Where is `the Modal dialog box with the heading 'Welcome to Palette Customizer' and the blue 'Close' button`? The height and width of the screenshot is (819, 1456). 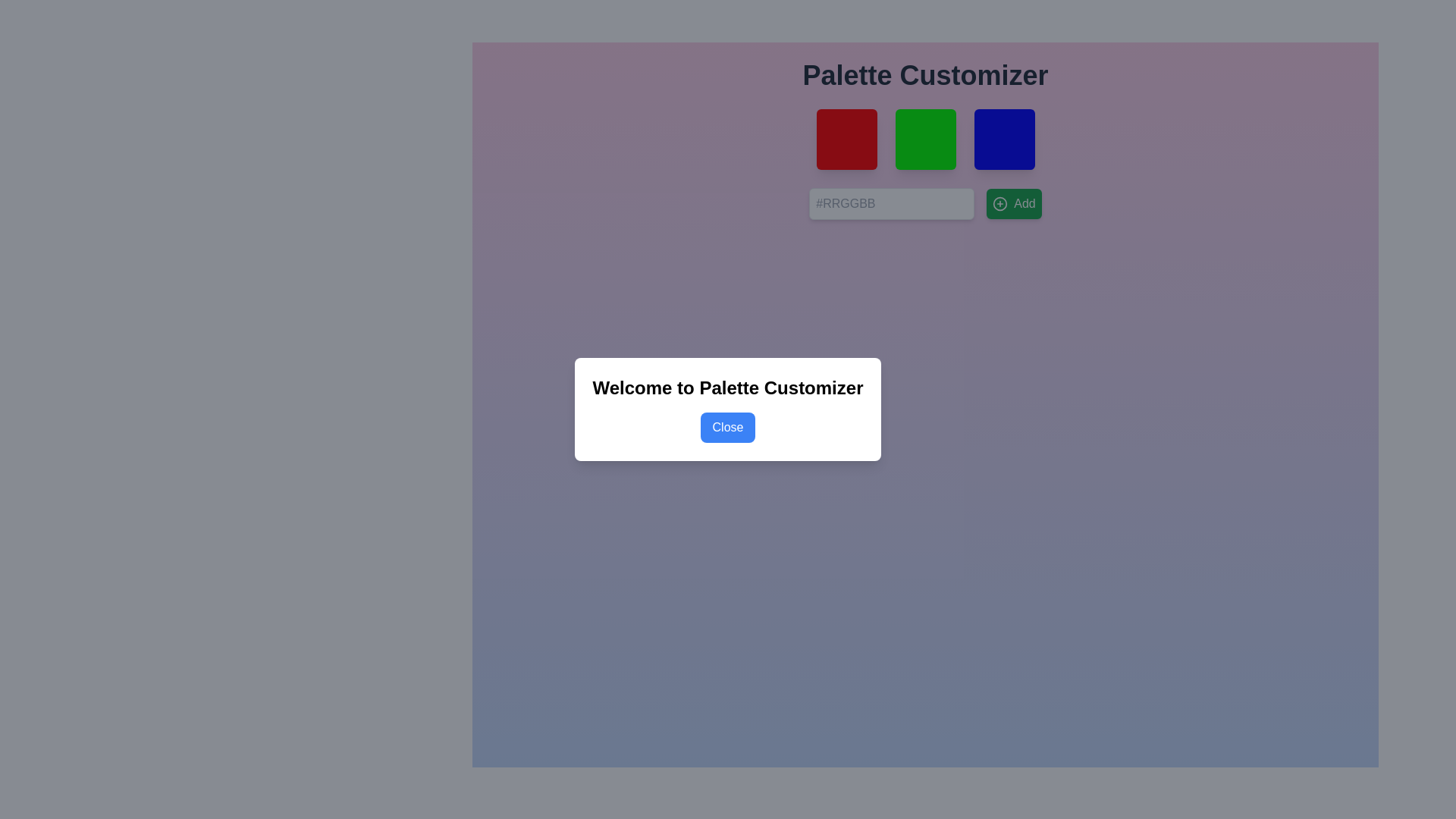 the Modal dialog box with the heading 'Welcome to Palette Customizer' and the blue 'Close' button is located at coordinates (728, 409).